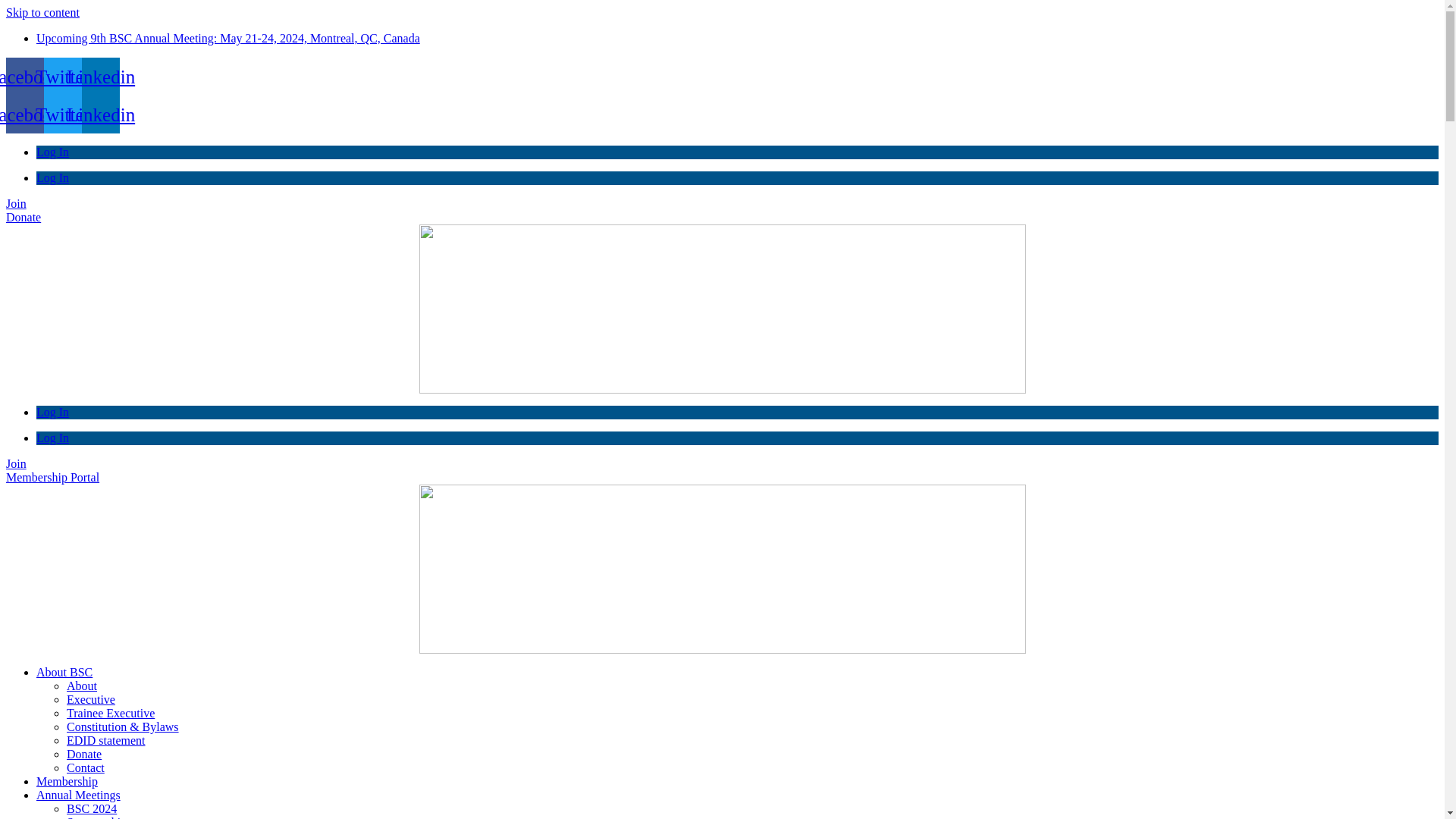  I want to click on 'Executive', so click(90, 699).